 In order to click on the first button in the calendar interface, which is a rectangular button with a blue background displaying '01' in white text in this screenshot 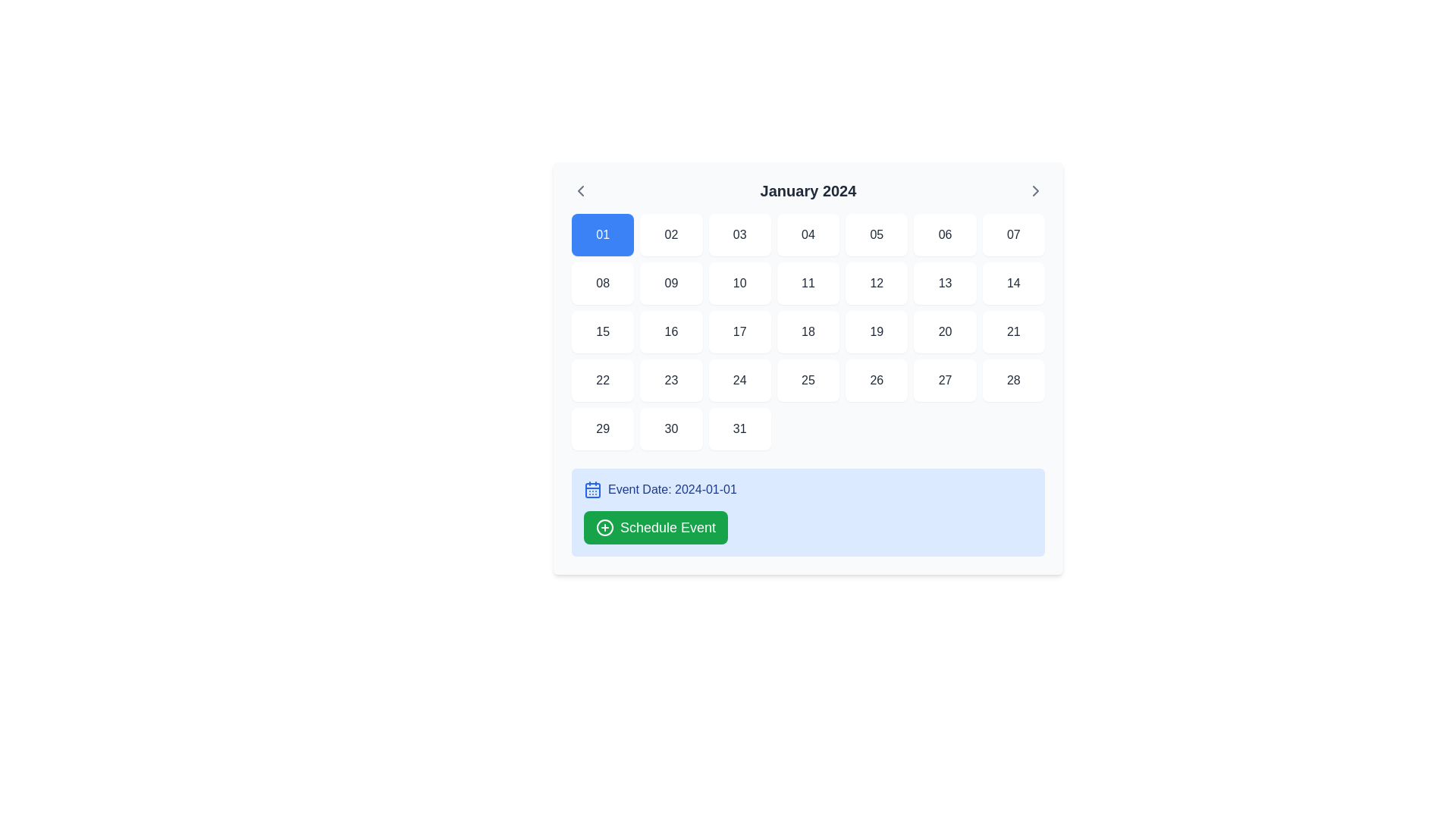, I will do `click(602, 234)`.